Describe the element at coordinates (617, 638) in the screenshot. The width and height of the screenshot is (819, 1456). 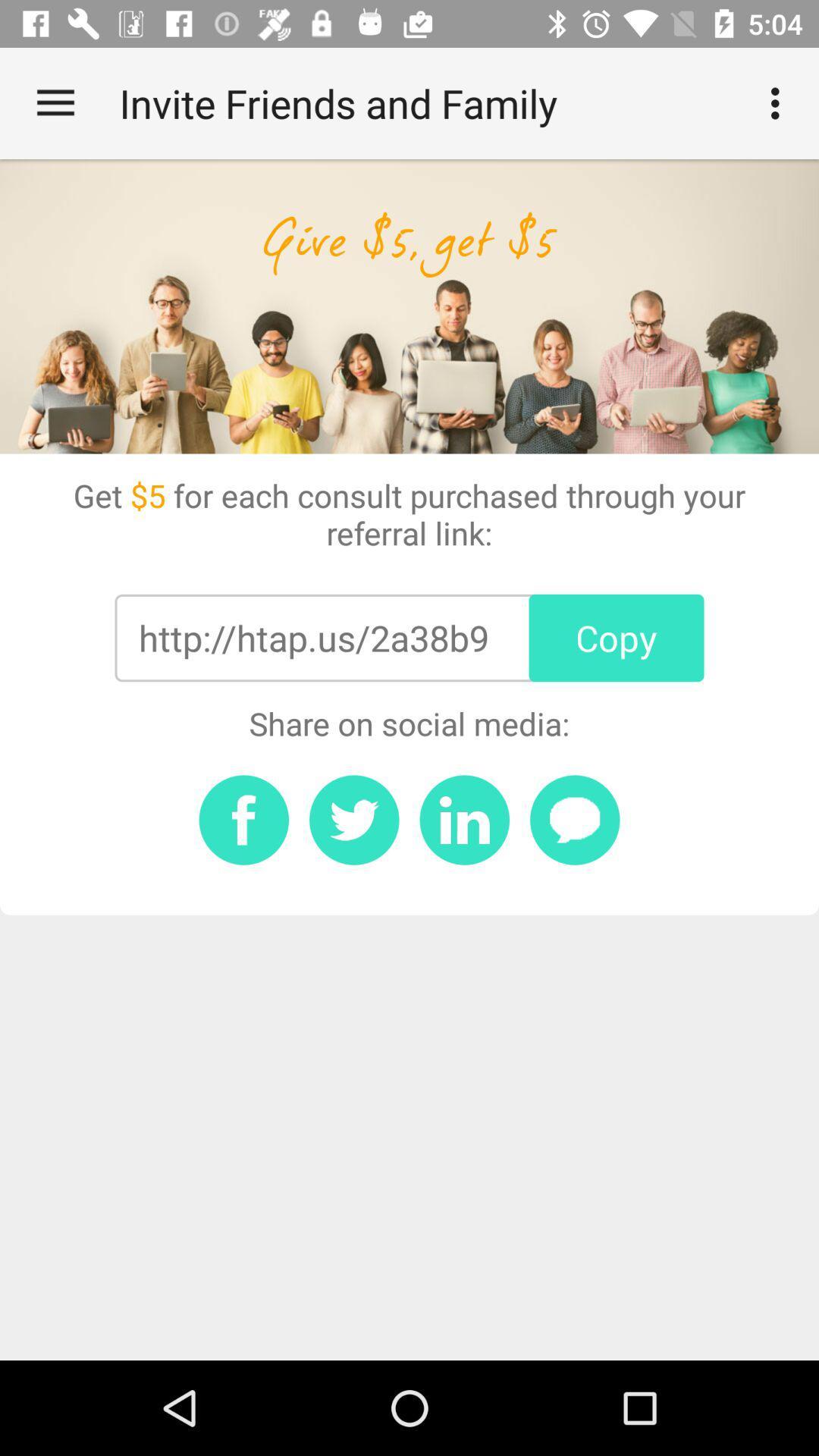
I see `the copy icon` at that location.